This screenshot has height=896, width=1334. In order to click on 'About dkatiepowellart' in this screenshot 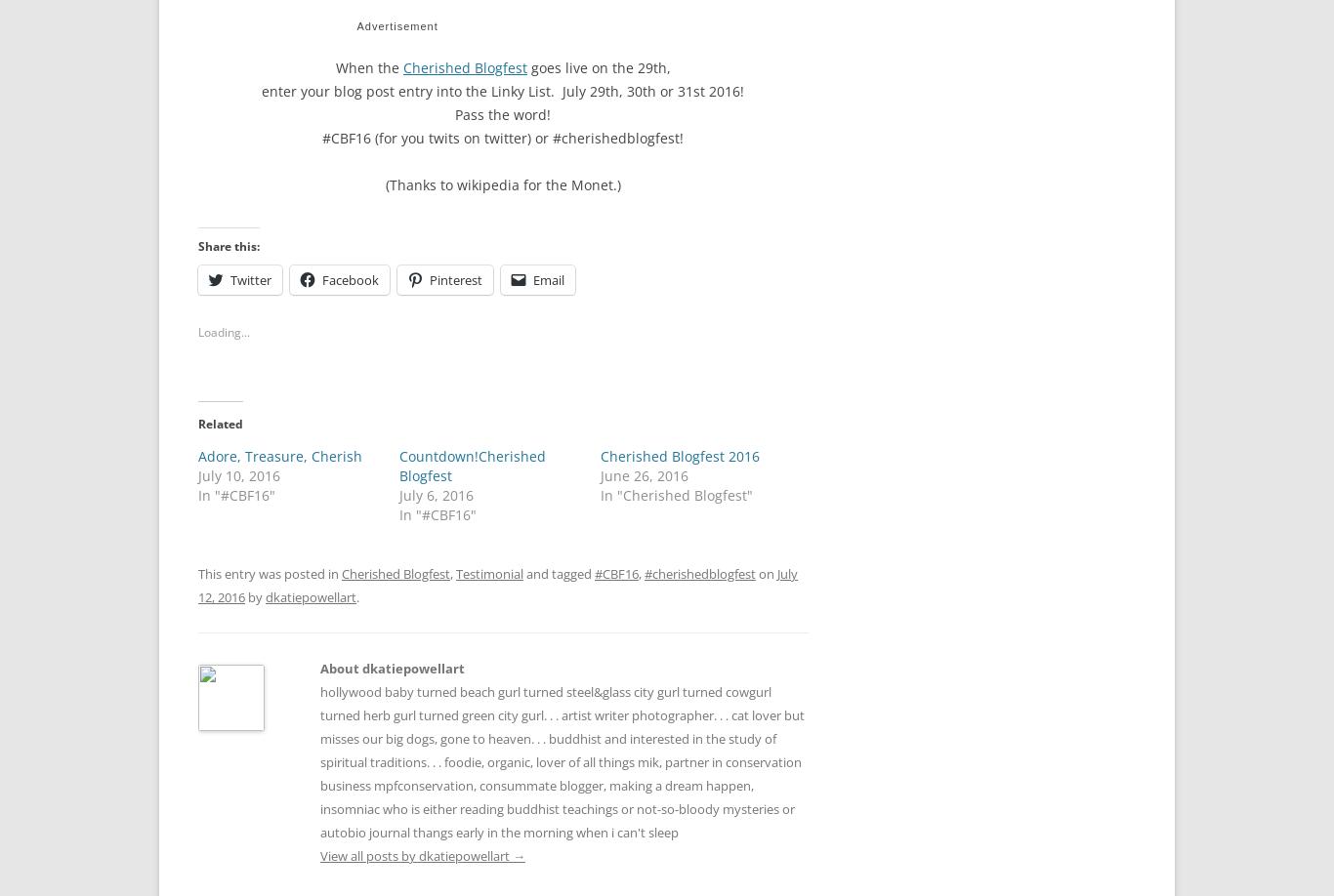, I will do `click(392, 663)`.